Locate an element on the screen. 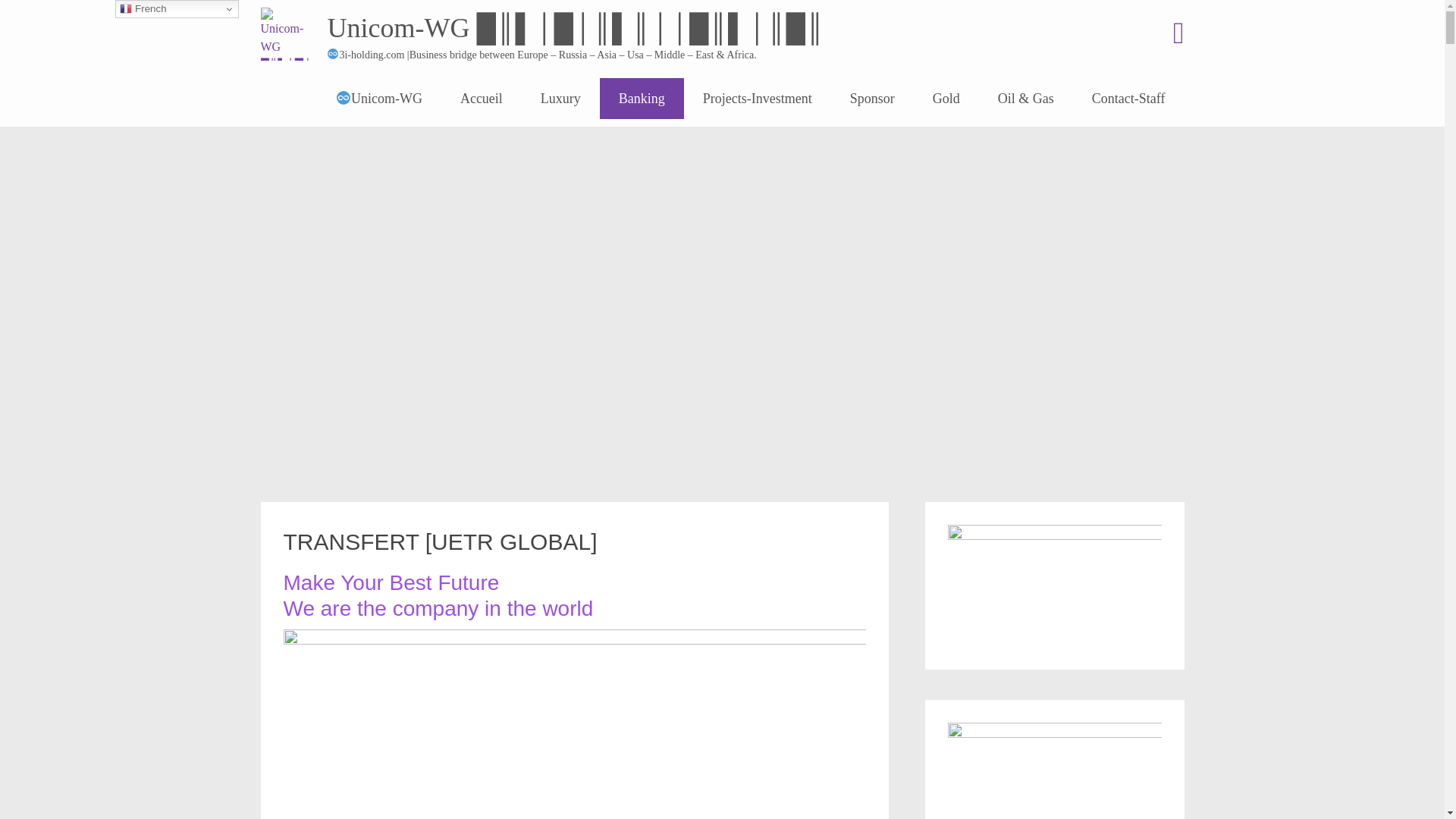 The height and width of the screenshot is (819, 1456). 'French' is located at coordinates (177, 8).